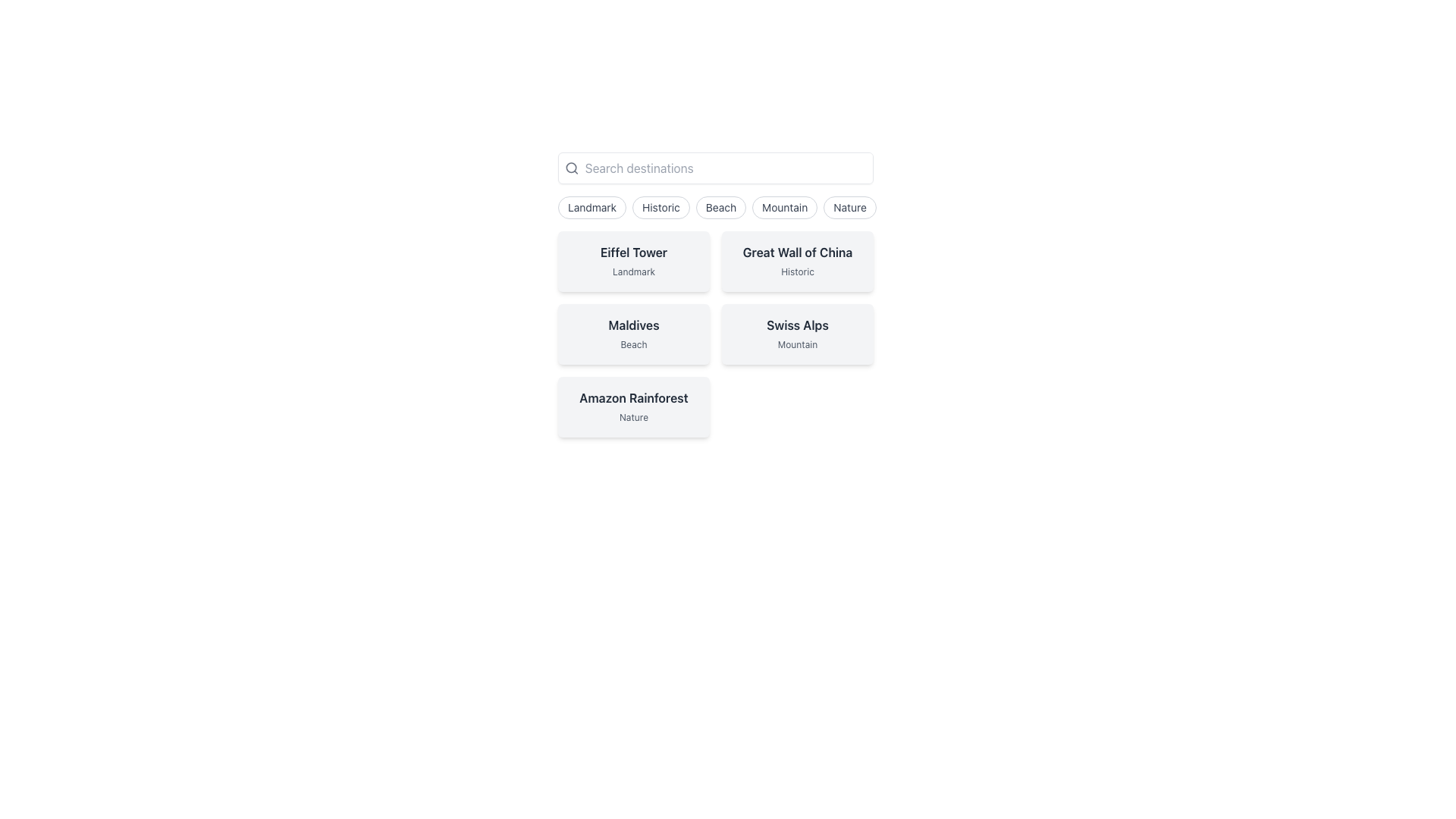 The height and width of the screenshot is (819, 1456). Describe the element at coordinates (591, 207) in the screenshot. I see `the 'Landmark' category selector button, which is the first button in a horizontal row of category buttons near the top of the interface` at that location.